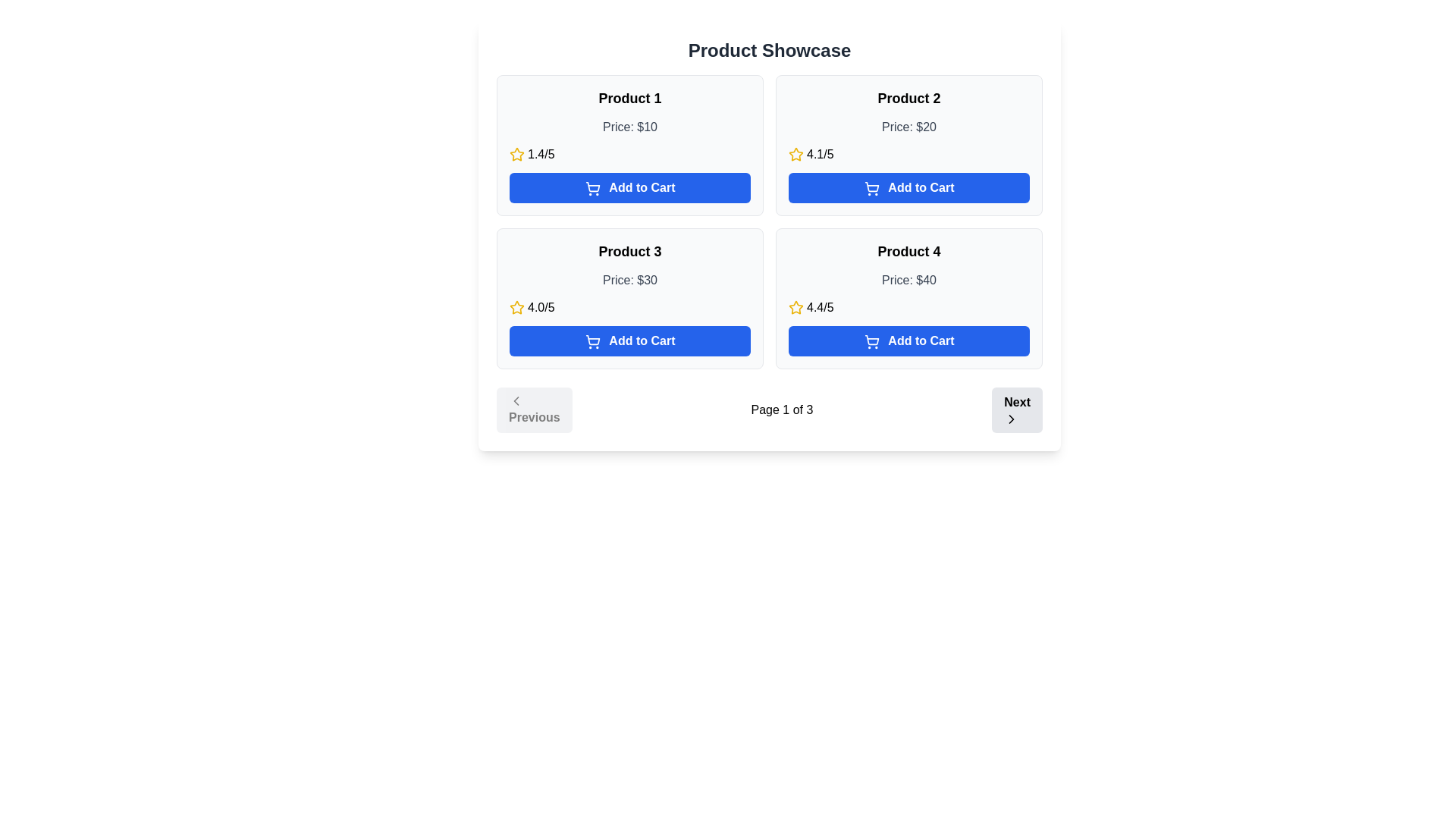 The image size is (1456, 819). What do you see at coordinates (795, 155) in the screenshot?
I see `the star icon representing the product rating, which is located in the upper row, second column of the product grid, next to the rating text '4.1/5'` at bounding box center [795, 155].